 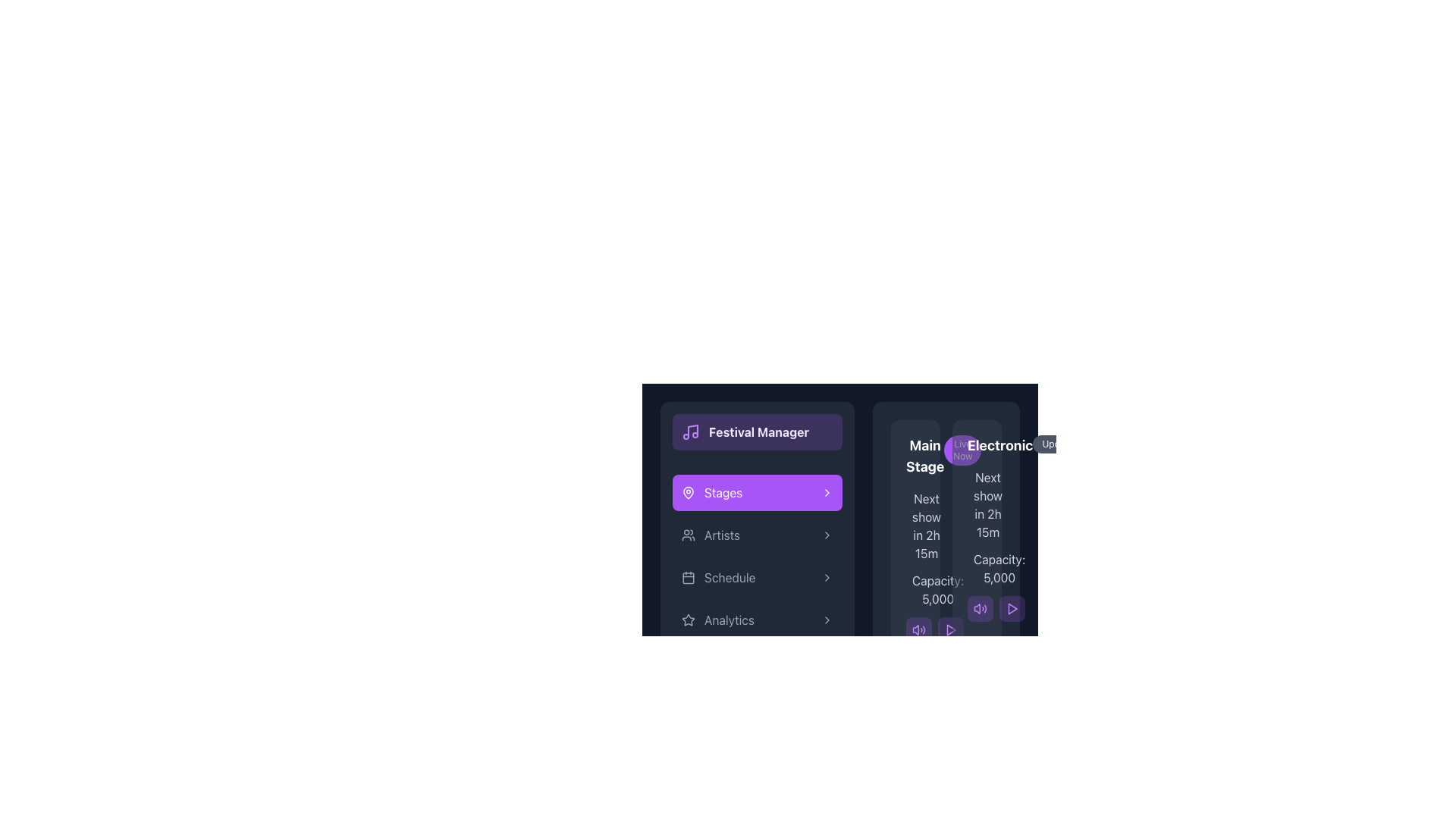 I want to click on the 'Festival Manager' icon located on the left panel at the top left corner of the purple rounded rectangular background labeled 'Festival Manager', so click(x=690, y=432).